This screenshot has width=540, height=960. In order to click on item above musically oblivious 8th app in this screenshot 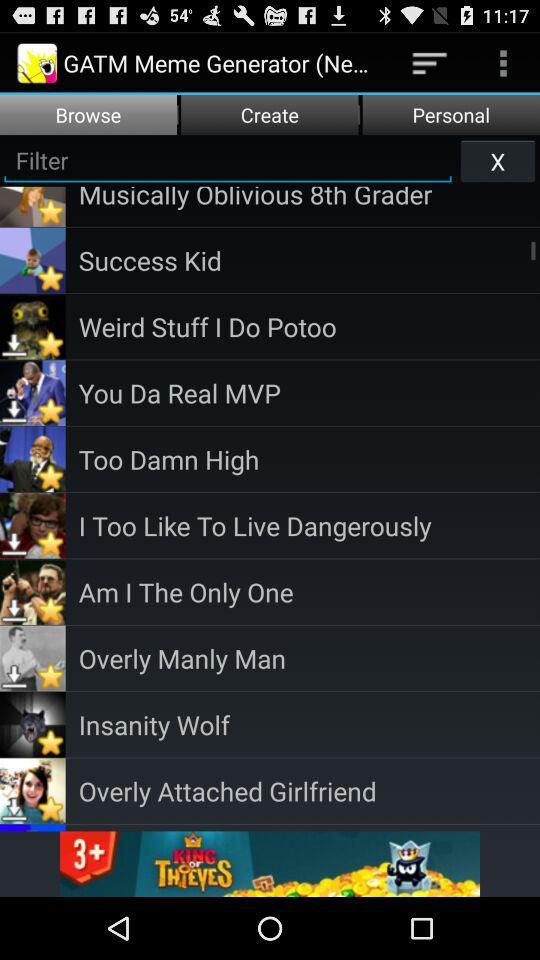, I will do `click(496, 159)`.